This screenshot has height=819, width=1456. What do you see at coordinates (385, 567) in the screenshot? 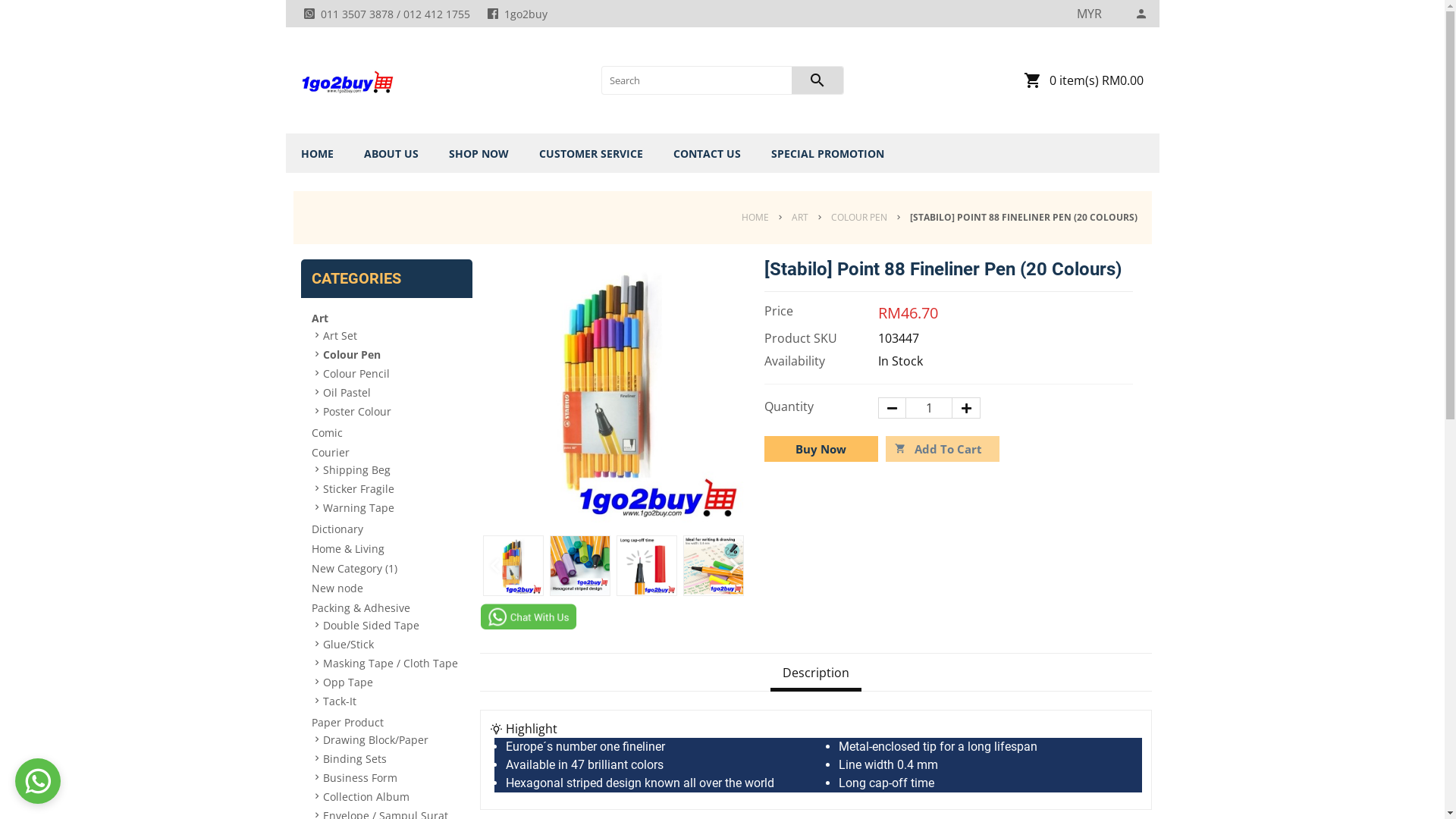
I see `'New Category (1)'` at bounding box center [385, 567].